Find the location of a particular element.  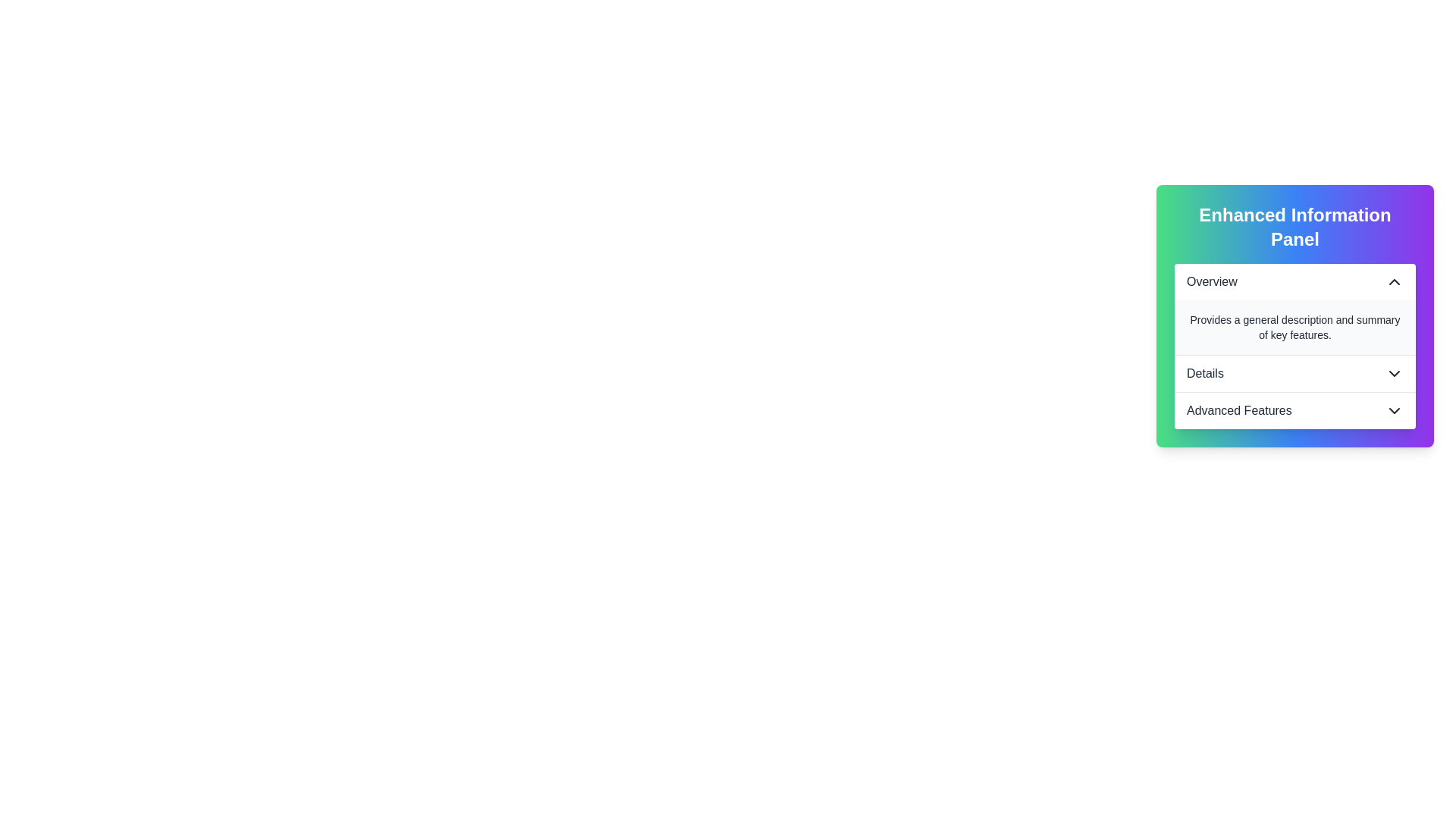

the small upward-pointing chevron arrow icon located to the far right of the 'Overview' header section in the Enhanced Information Panel is located at coordinates (1394, 281).